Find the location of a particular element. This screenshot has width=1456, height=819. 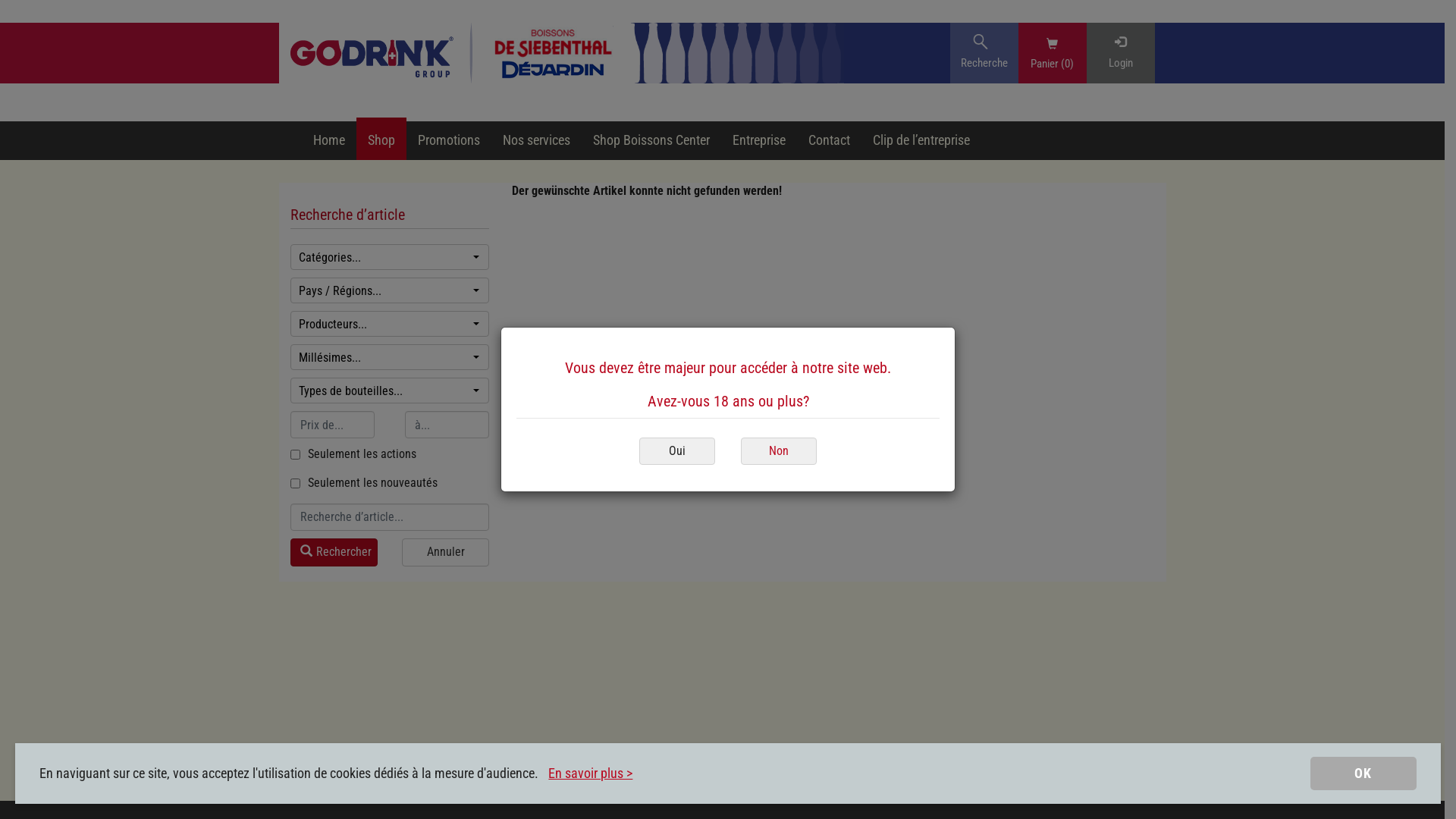

'Producteurs...' is located at coordinates (389, 323).